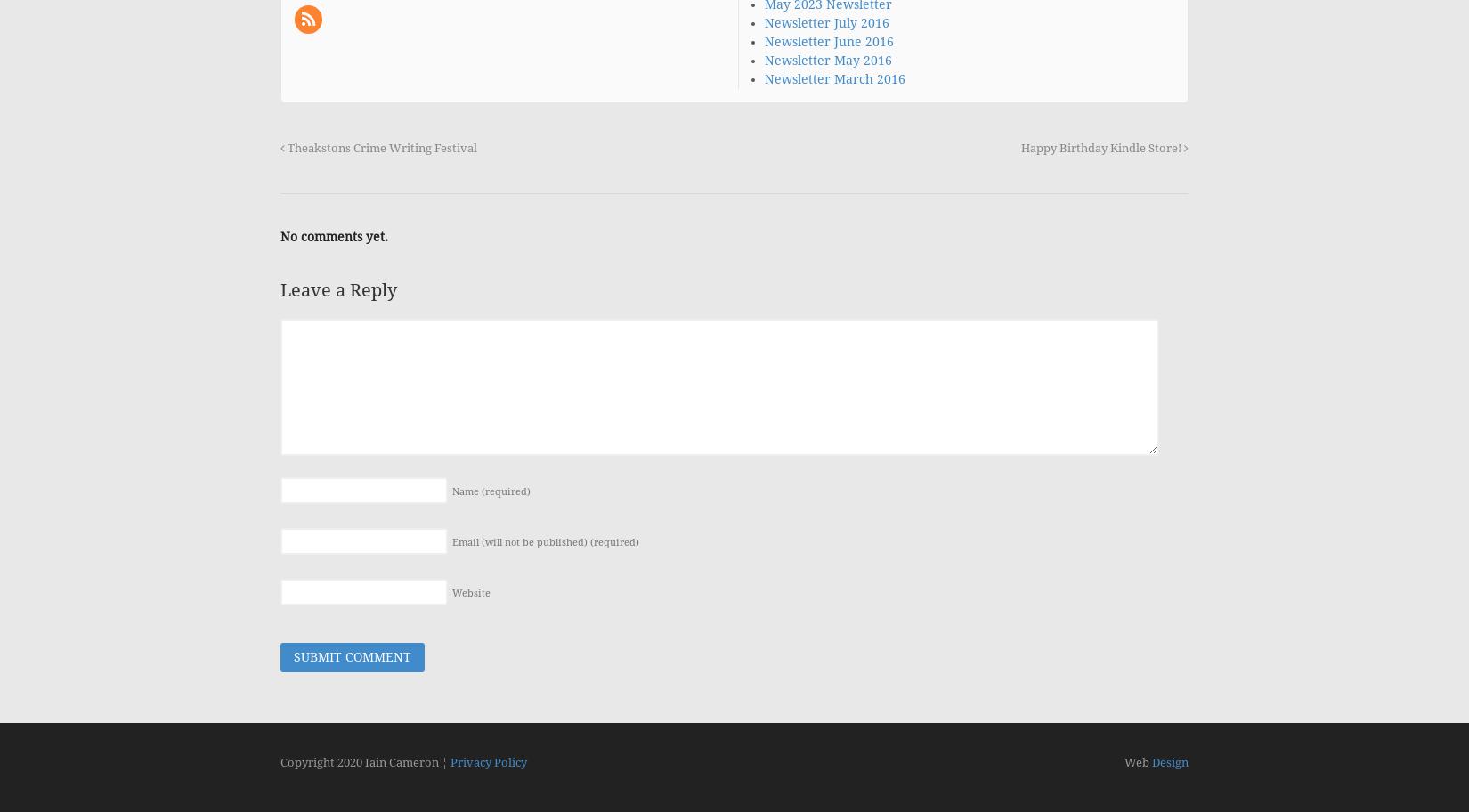 This screenshot has width=1469, height=812. Describe the element at coordinates (380, 147) in the screenshot. I see `'Theakstons Crime Writing Festival'` at that location.